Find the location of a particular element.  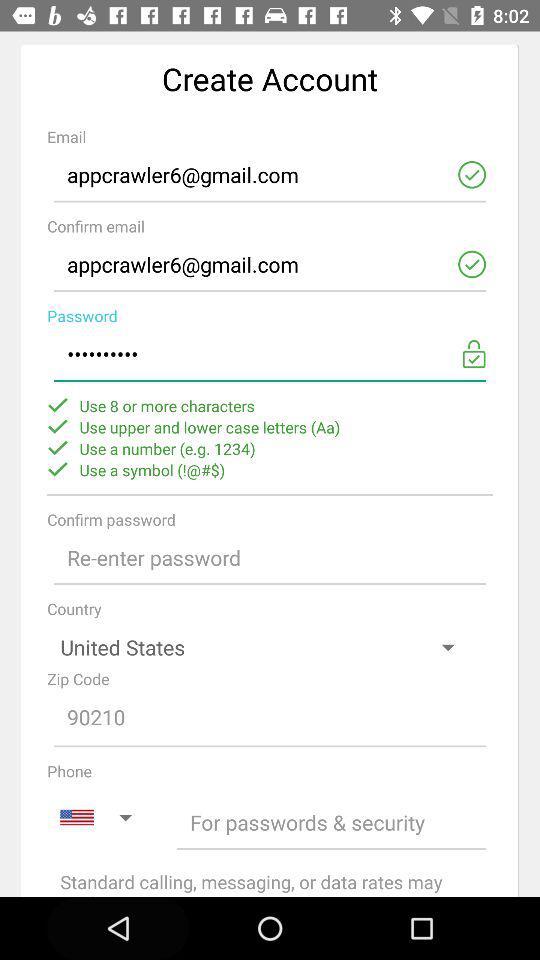

type phone number is located at coordinates (331, 822).